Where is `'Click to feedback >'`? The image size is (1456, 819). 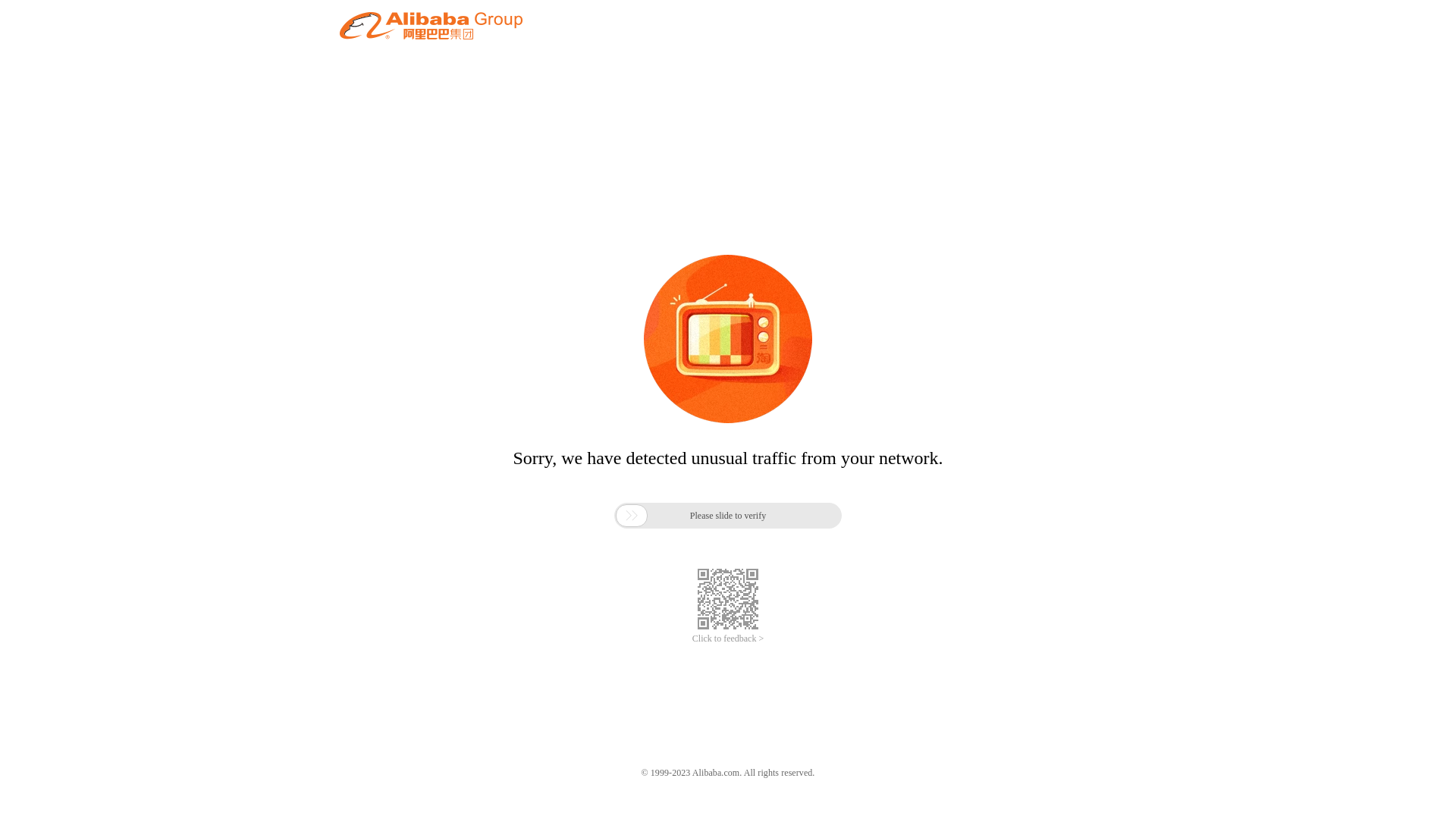 'Click to feedback >' is located at coordinates (728, 639).